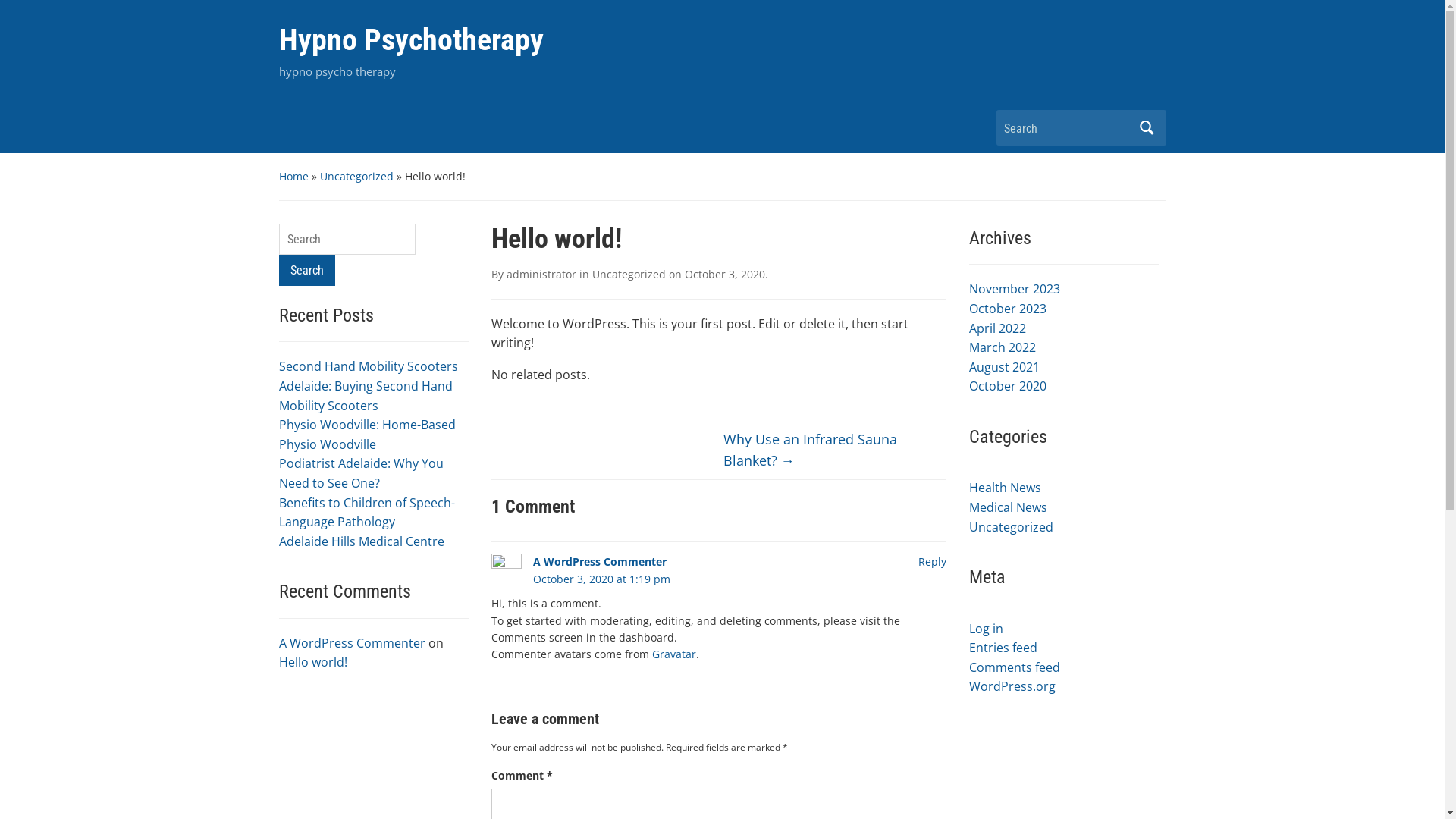  I want to click on 'WordPress.org', so click(1012, 686).